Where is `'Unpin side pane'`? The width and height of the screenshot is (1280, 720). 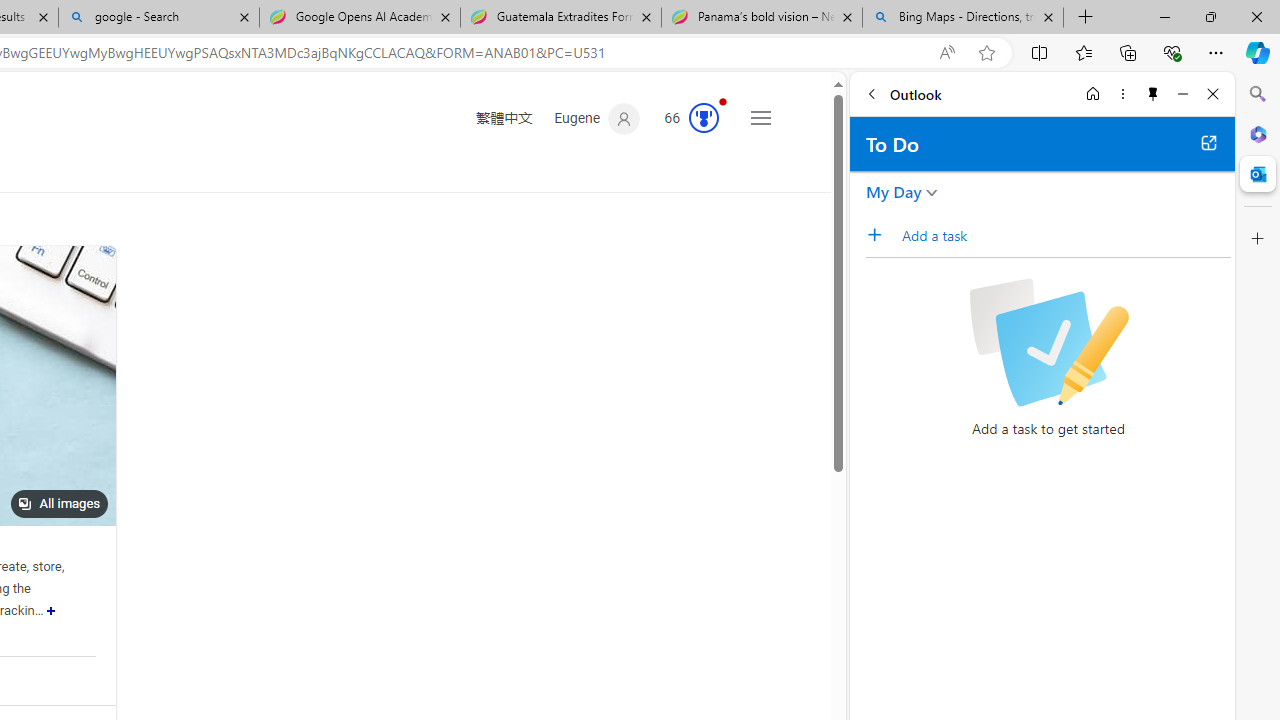 'Unpin side pane' is located at coordinates (1153, 93).